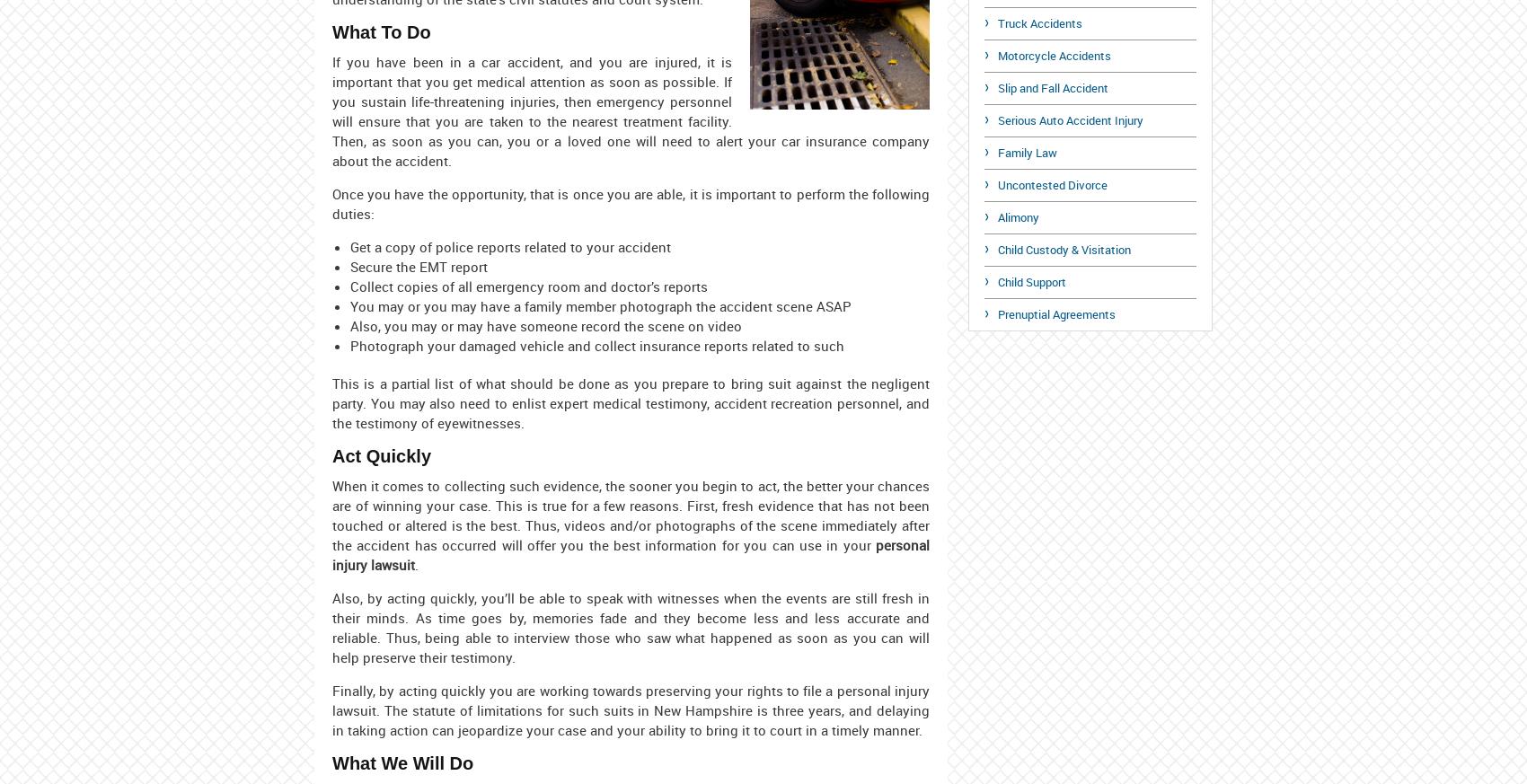 This screenshot has width=1527, height=784. I want to click on 'What To Do', so click(380, 31).